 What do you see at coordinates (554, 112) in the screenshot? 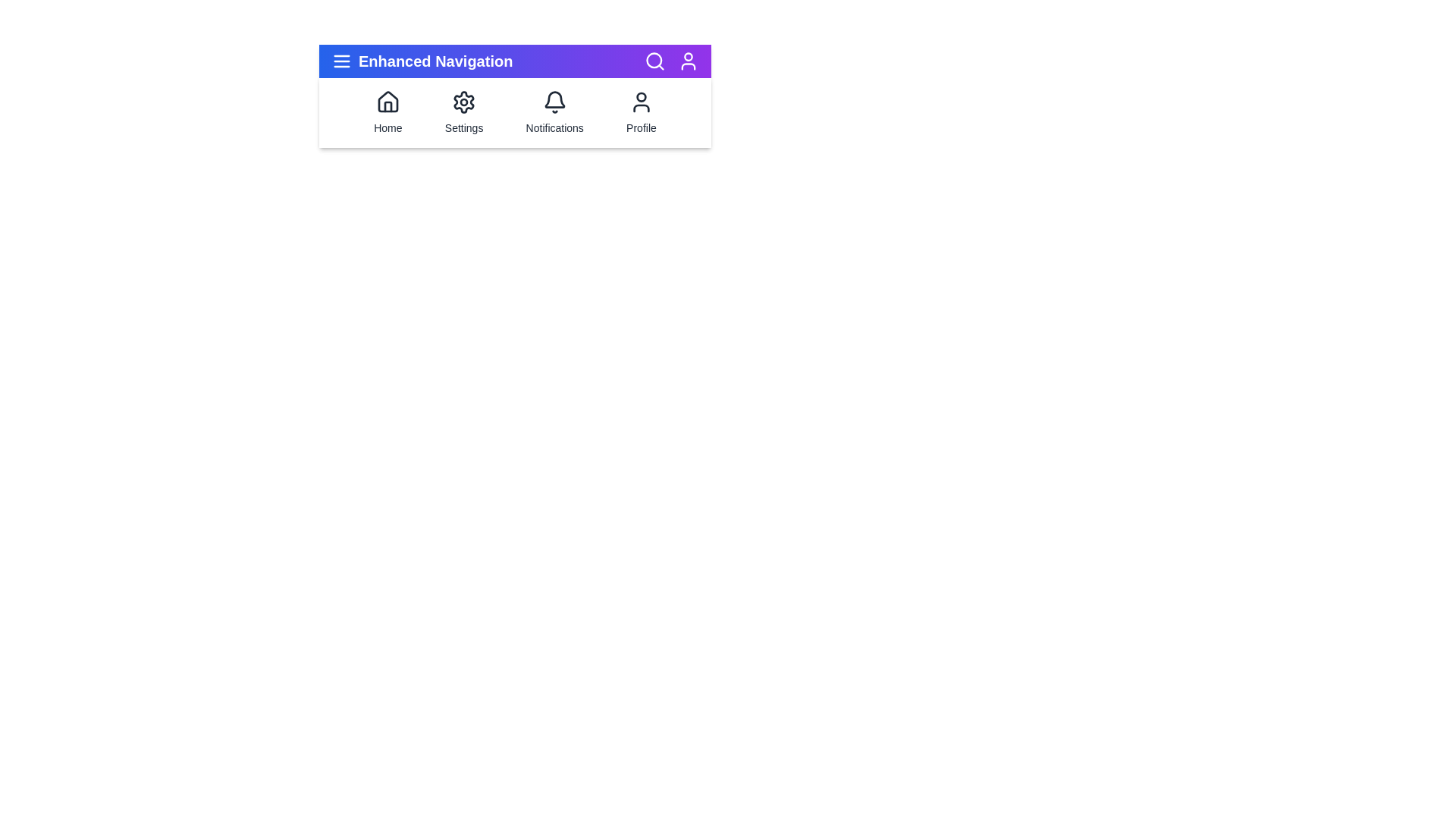
I see `the navigation item Notifications` at bounding box center [554, 112].